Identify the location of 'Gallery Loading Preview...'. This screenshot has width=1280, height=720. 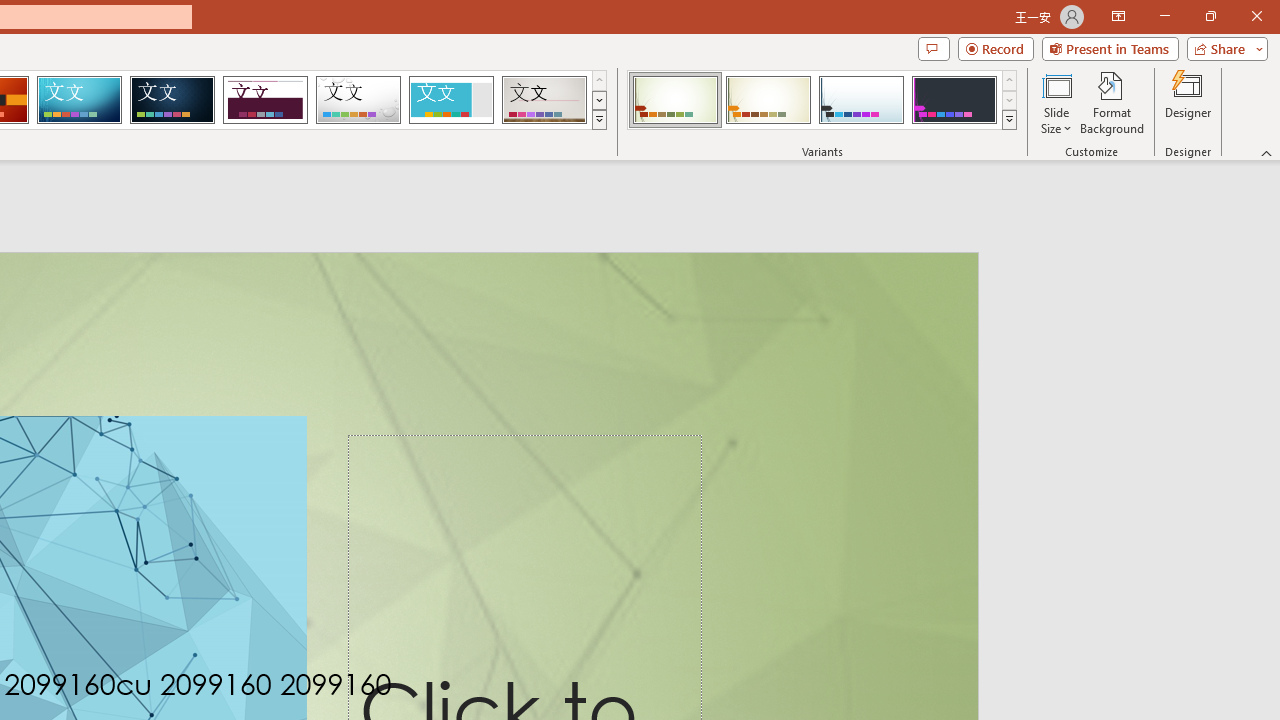
(544, 100).